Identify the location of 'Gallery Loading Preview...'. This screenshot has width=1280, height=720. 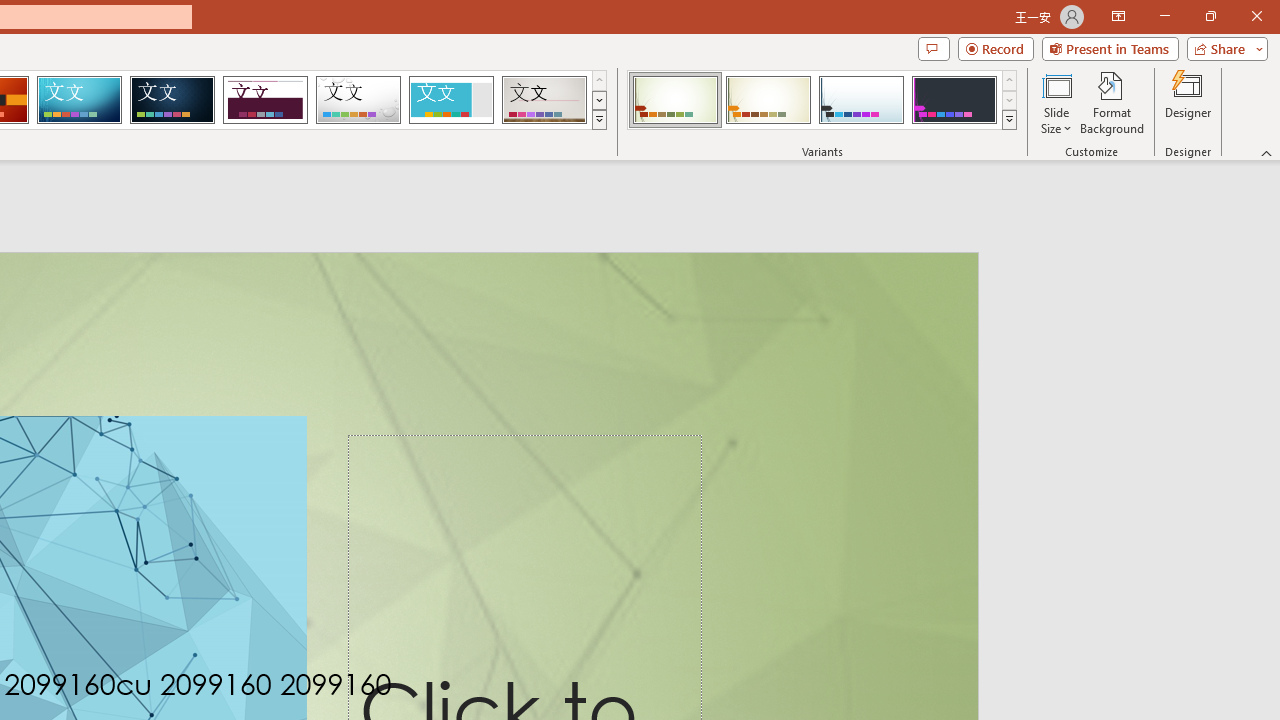
(544, 100).